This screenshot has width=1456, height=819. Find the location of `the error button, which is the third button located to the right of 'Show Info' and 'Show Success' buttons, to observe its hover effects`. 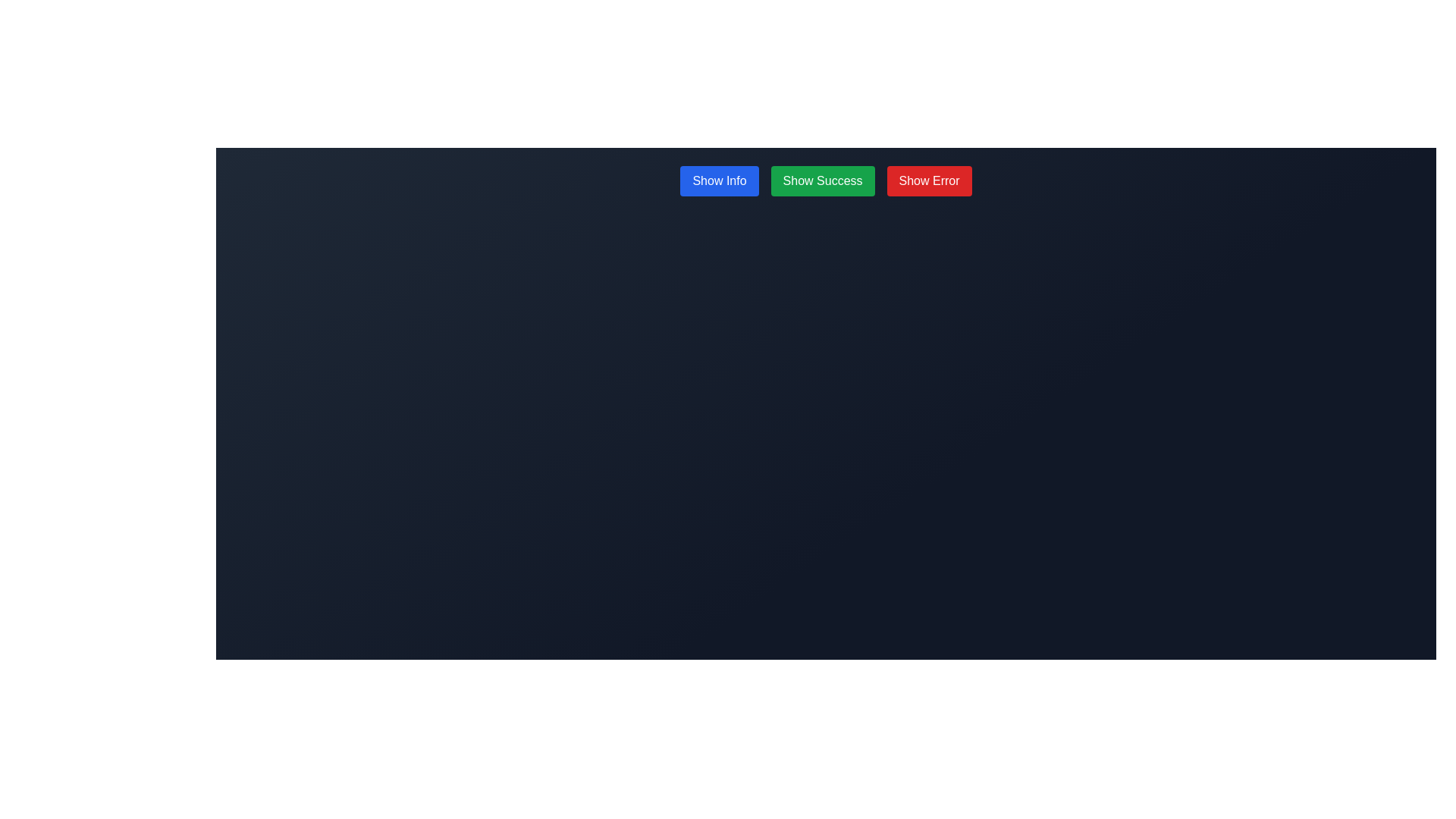

the error button, which is the third button located to the right of 'Show Info' and 'Show Success' buttons, to observe its hover effects is located at coordinates (928, 180).